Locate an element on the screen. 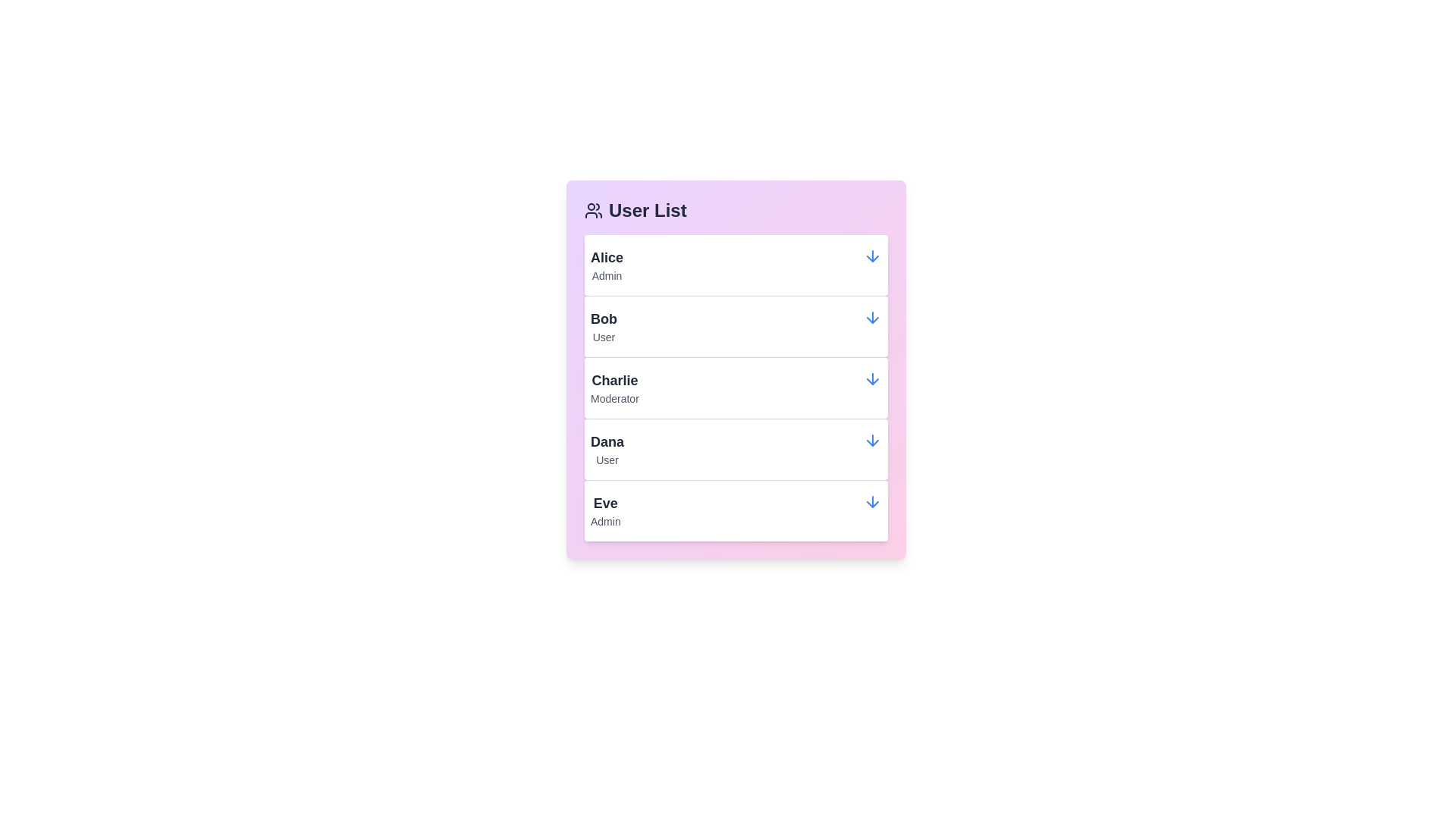 The height and width of the screenshot is (819, 1456). the user list item corresponding to Eve is located at coordinates (736, 510).